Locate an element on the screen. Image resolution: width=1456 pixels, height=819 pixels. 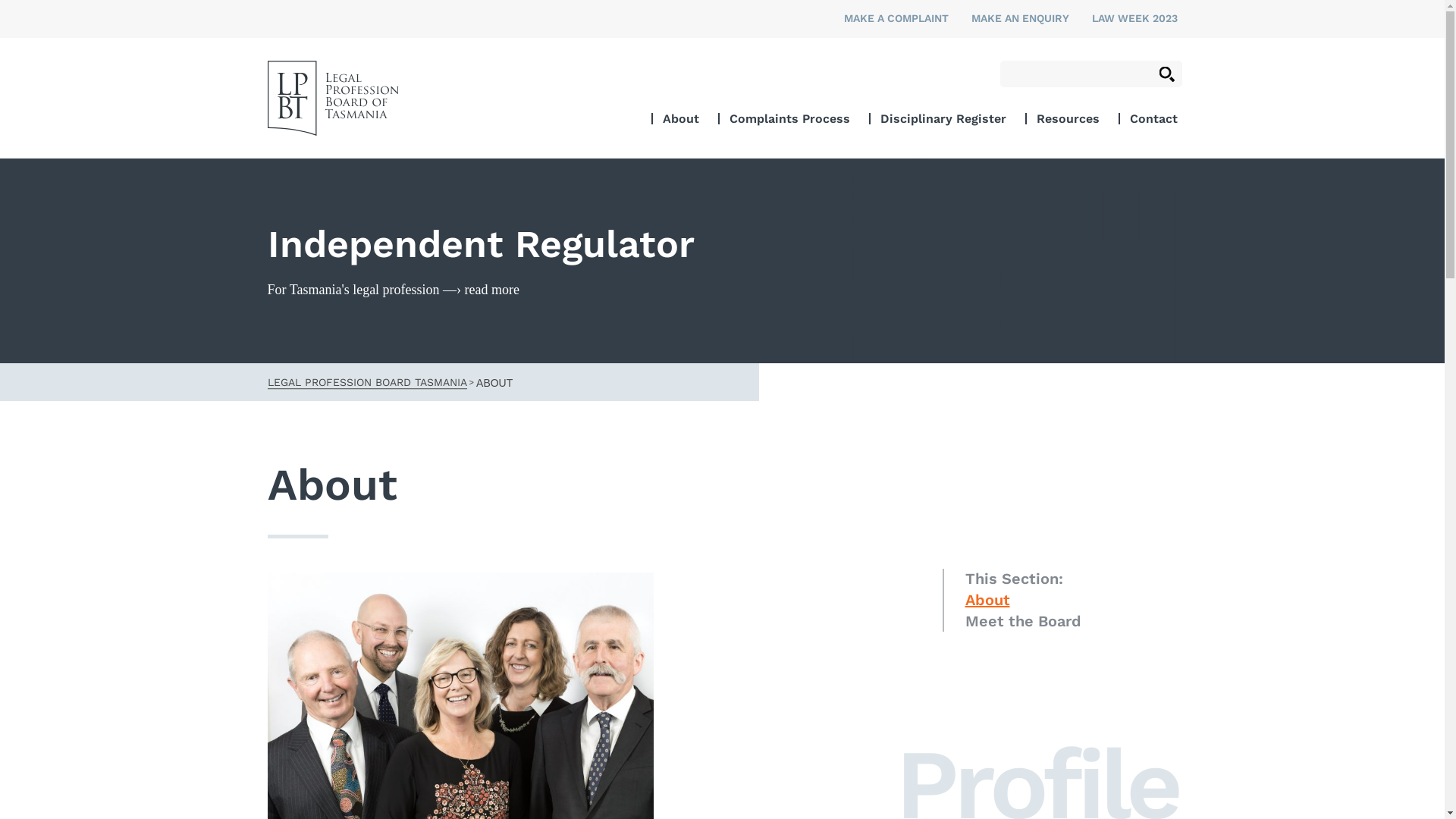
'Home' is located at coordinates (331, 98).